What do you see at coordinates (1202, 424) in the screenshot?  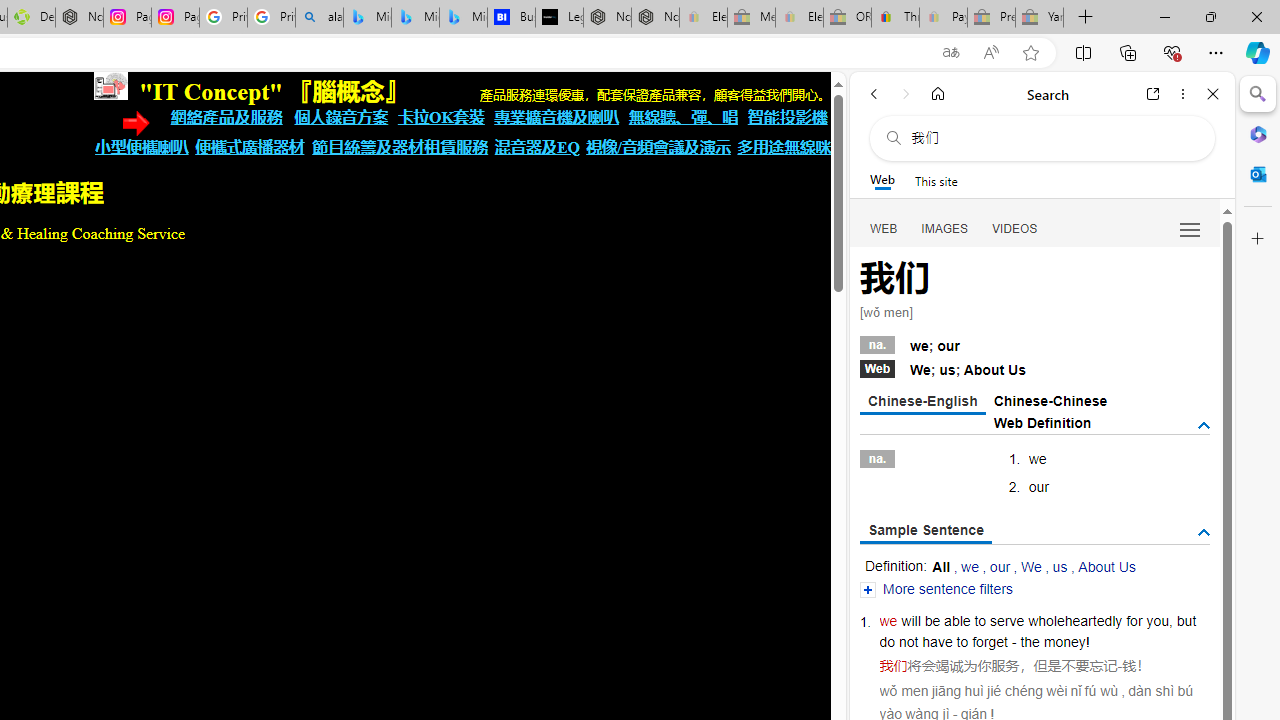 I see `'AutomationID: tgdef'` at bounding box center [1202, 424].